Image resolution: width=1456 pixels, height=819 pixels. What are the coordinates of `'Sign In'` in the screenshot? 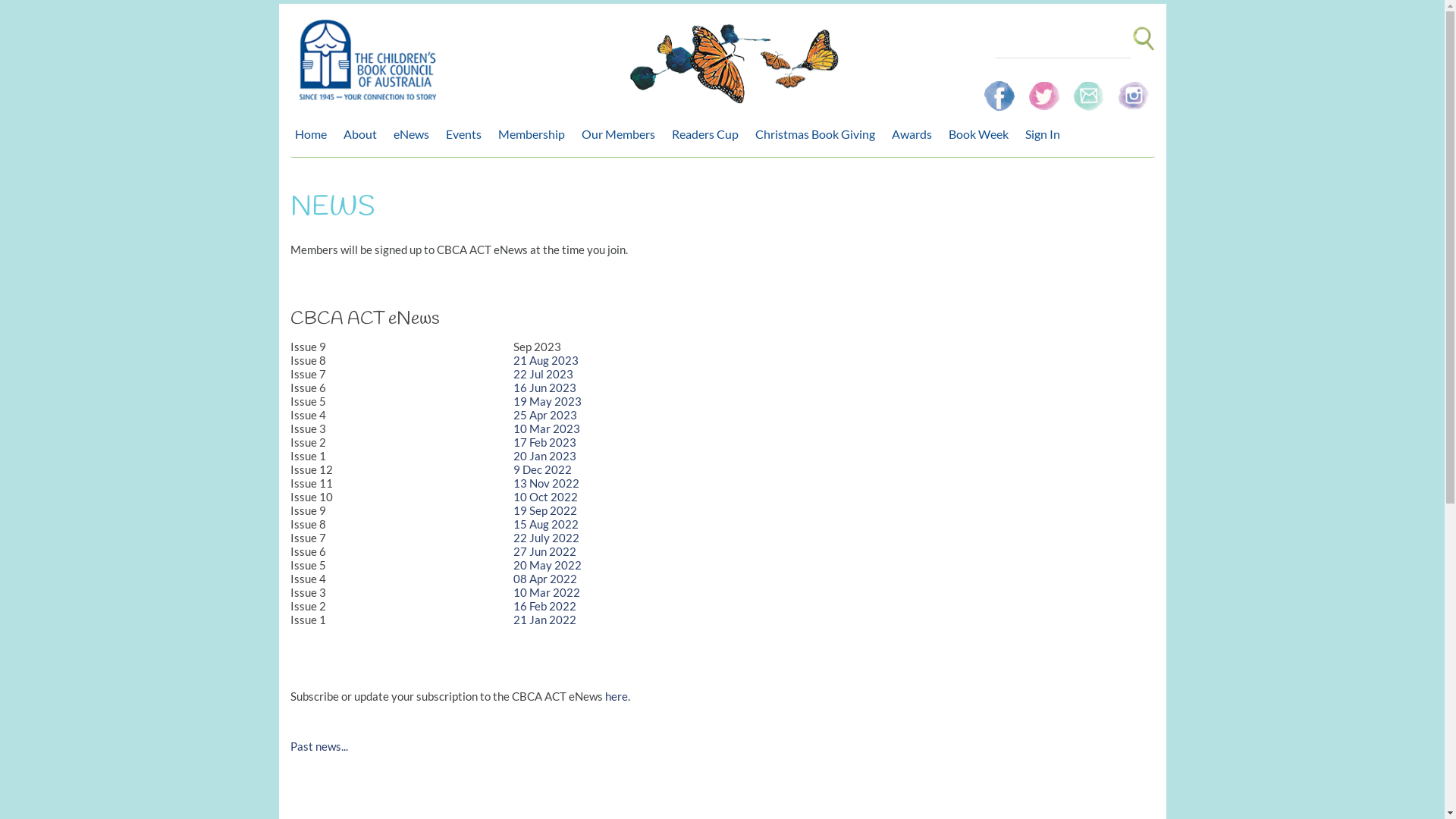 It's located at (1046, 133).